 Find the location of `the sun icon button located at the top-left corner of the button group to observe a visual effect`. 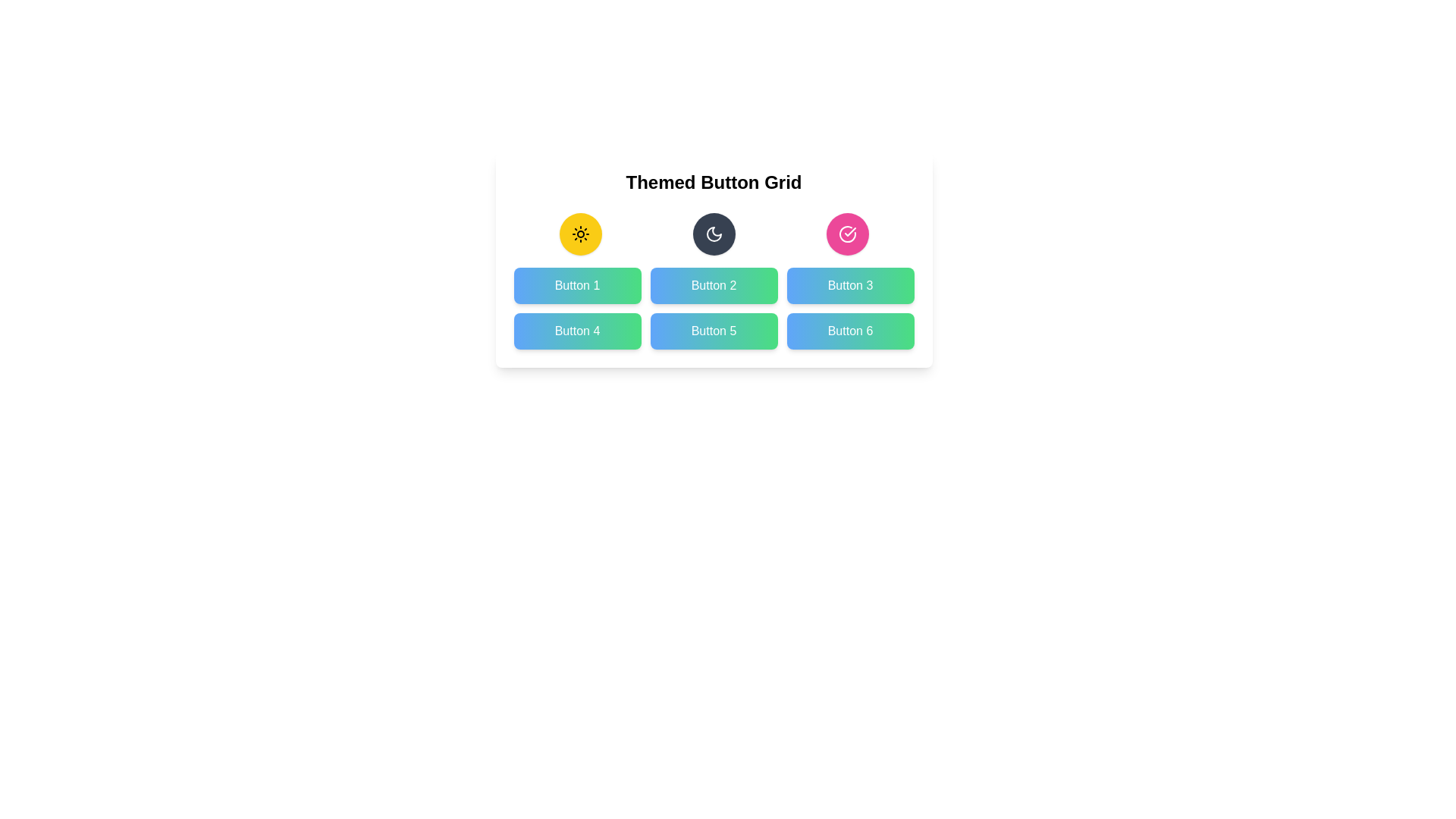

the sun icon button located at the top-left corner of the button group to observe a visual effect is located at coordinates (579, 234).